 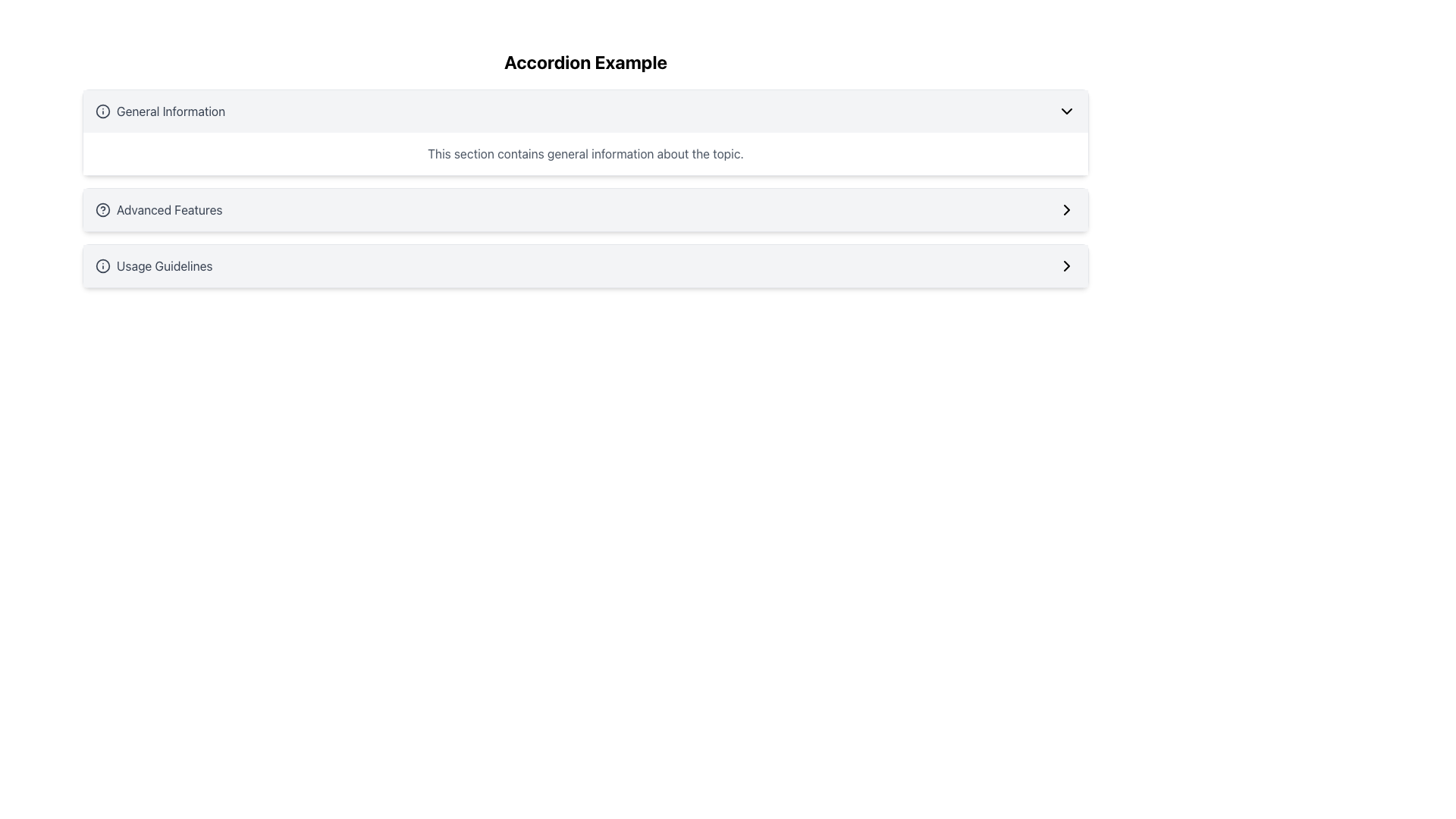 What do you see at coordinates (585, 154) in the screenshot?
I see `the static text block providing introductory or explanatory text related to the 'General Information' section, located directly below the title 'General Information'` at bounding box center [585, 154].